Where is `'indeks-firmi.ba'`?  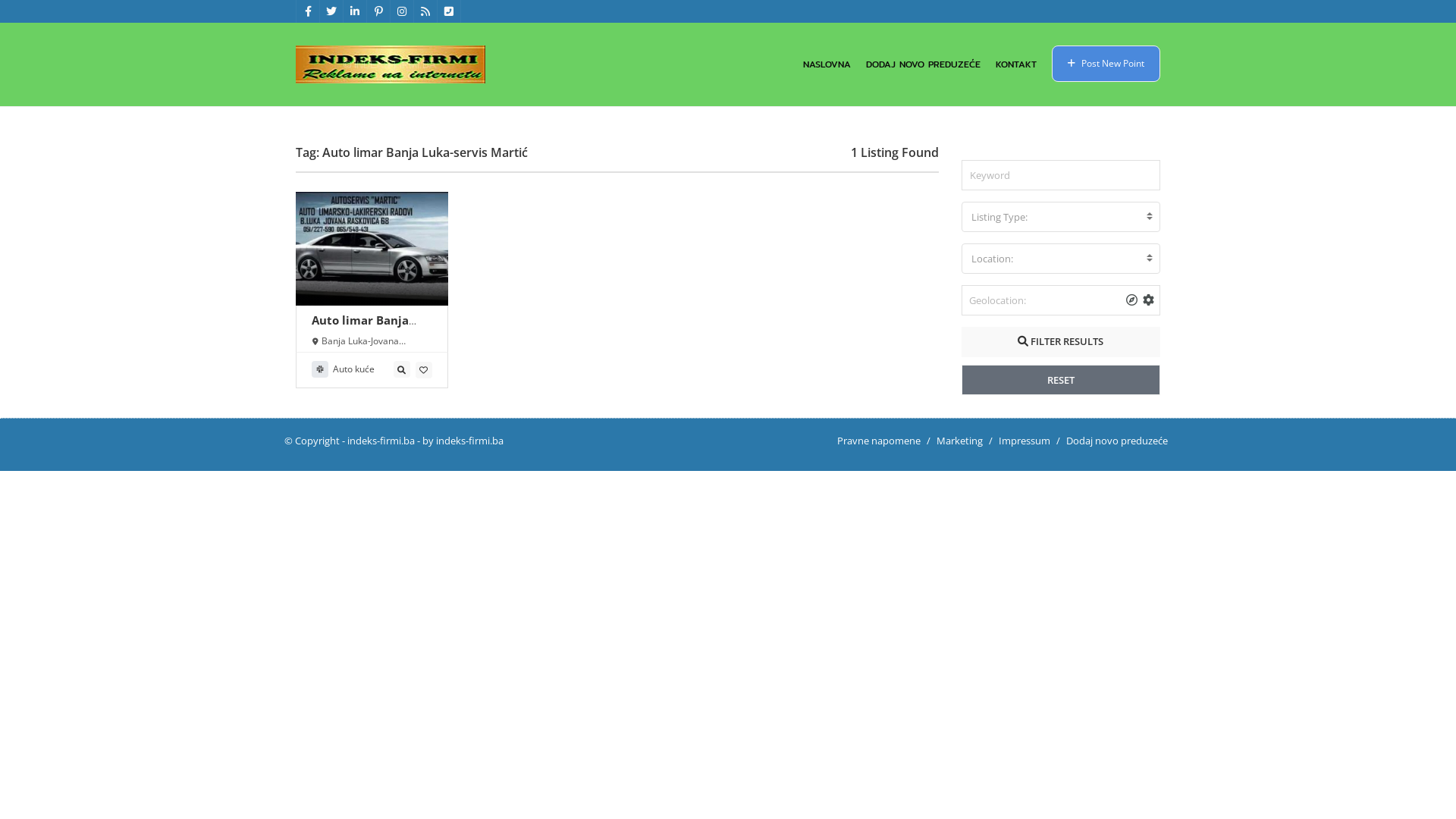 'indeks-firmi.ba' is located at coordinates (381, 441).